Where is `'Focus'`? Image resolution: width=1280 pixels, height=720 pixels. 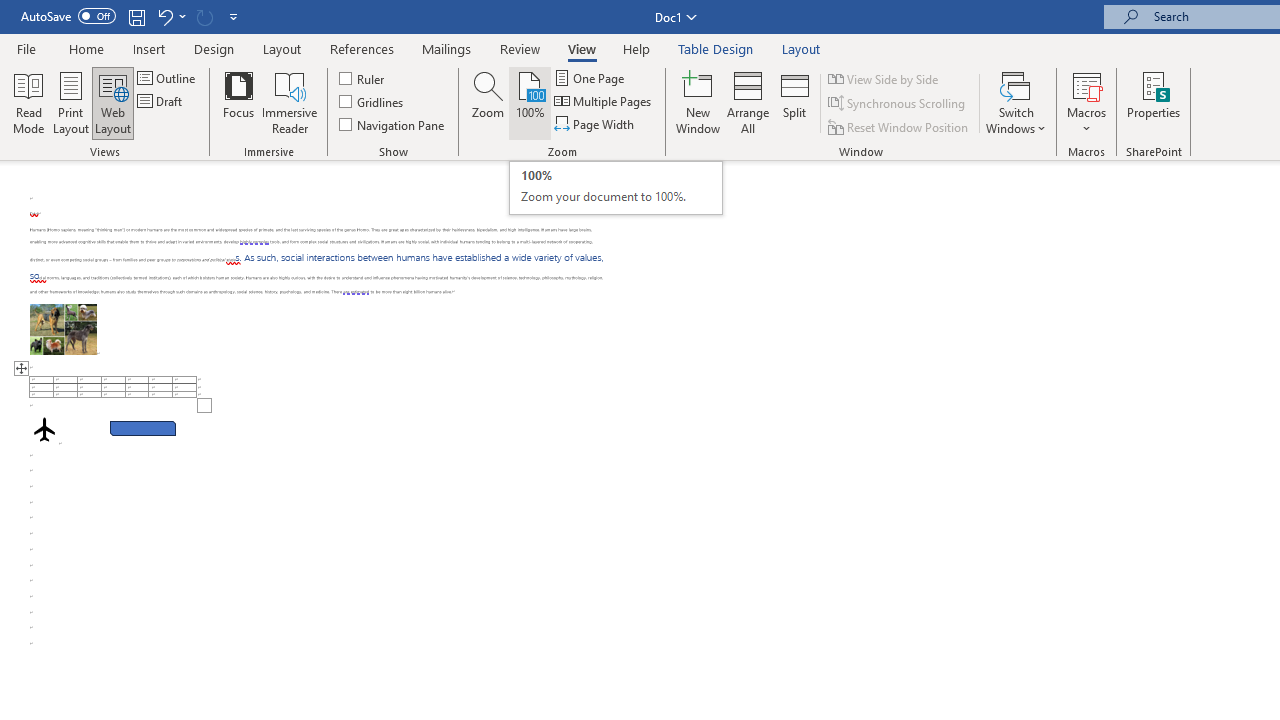 'Focus' is located at coordinates (238, 103).